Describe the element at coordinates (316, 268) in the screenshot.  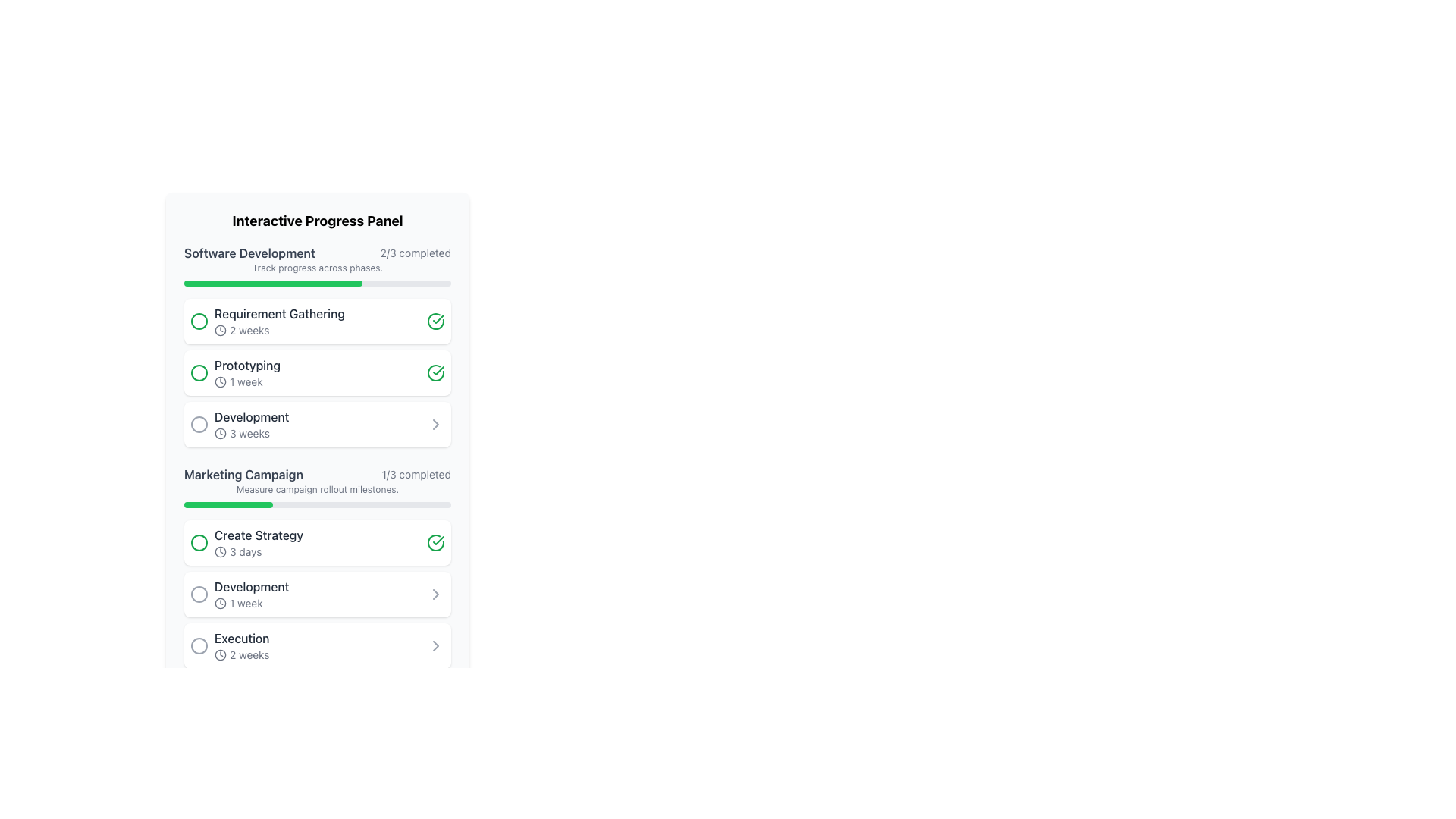
I see `information displayed in the text label 'Track progress across phases.' which is styled in small gray font and located directly beneath the 'Software Development' title and progress indicator` at that location.